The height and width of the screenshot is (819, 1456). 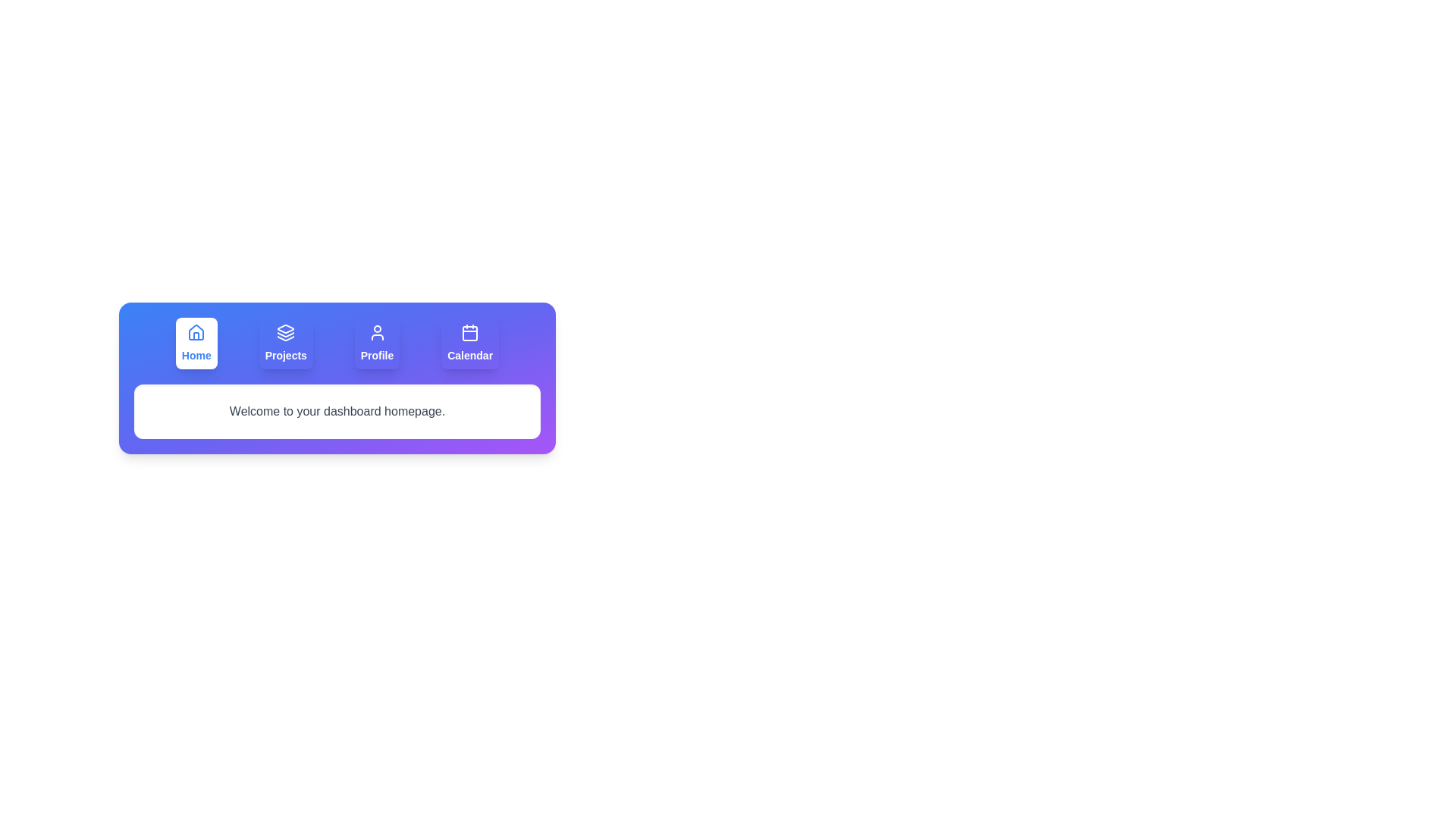 I want to click on the tab button labeled Calendar, so click(x=469, y=343).